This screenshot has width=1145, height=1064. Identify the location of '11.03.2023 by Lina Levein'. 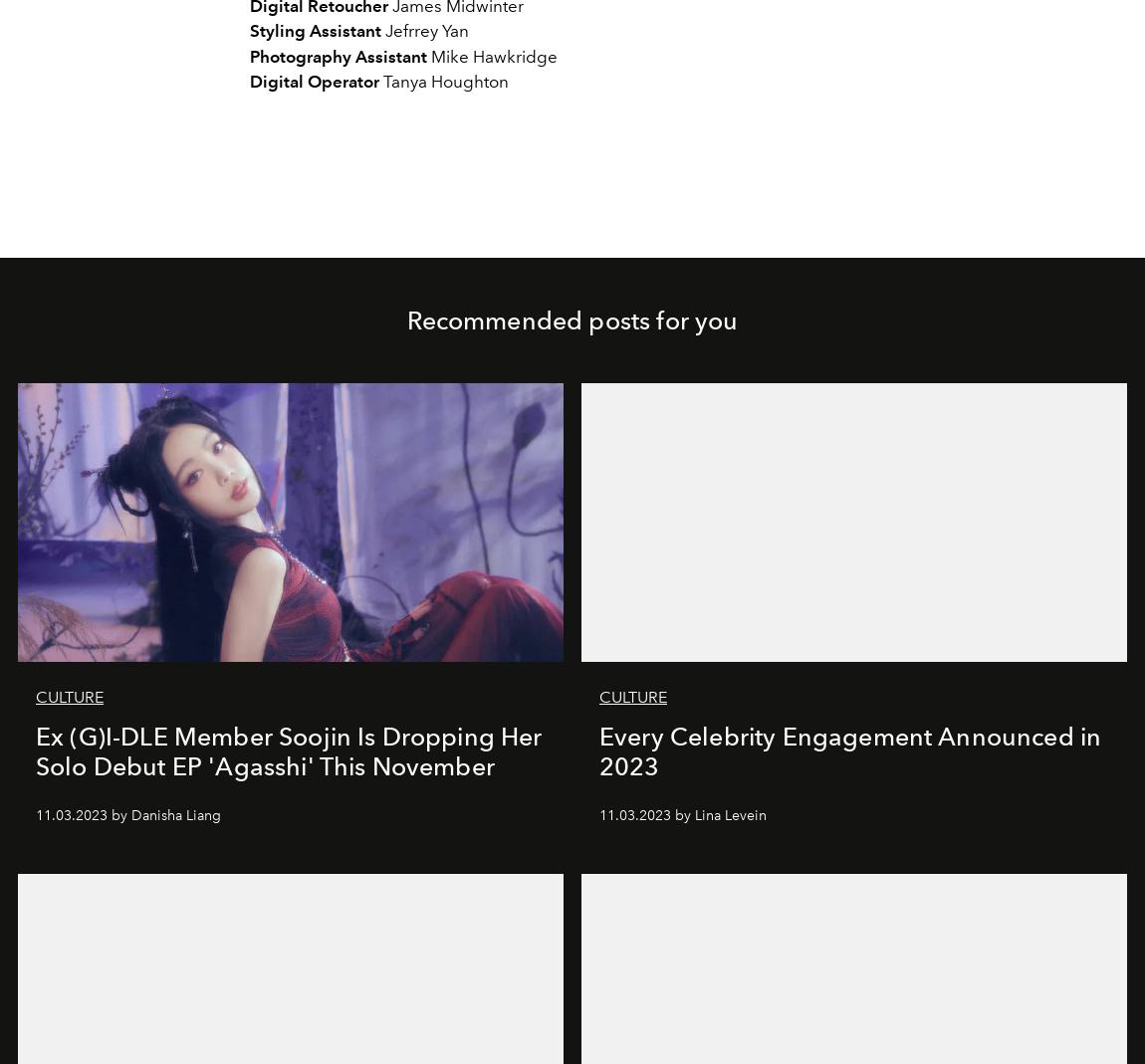
(598, 815).